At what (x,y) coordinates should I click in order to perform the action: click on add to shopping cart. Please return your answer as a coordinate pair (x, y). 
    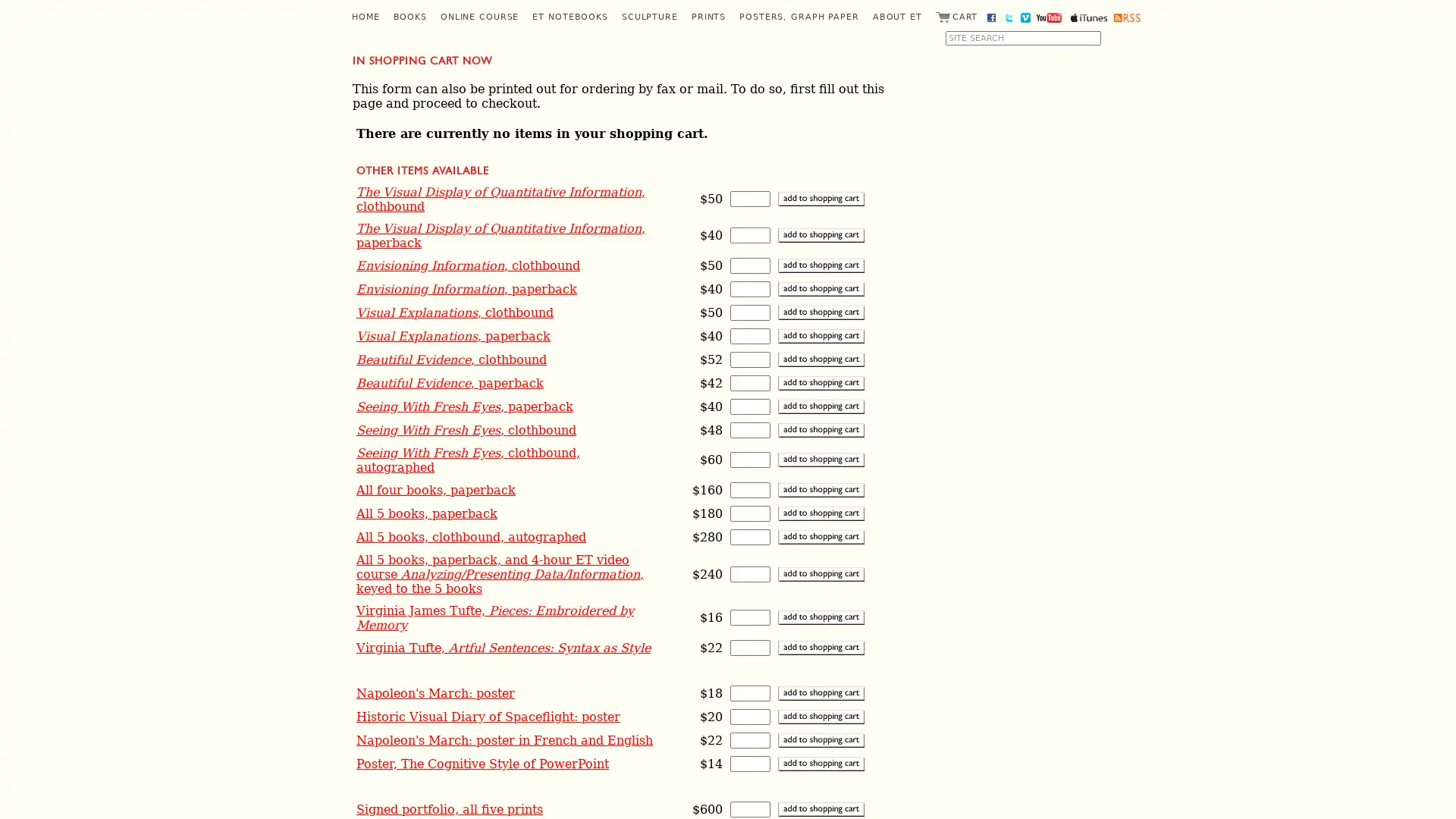
    Looking at the image, I should click on (821, 716).